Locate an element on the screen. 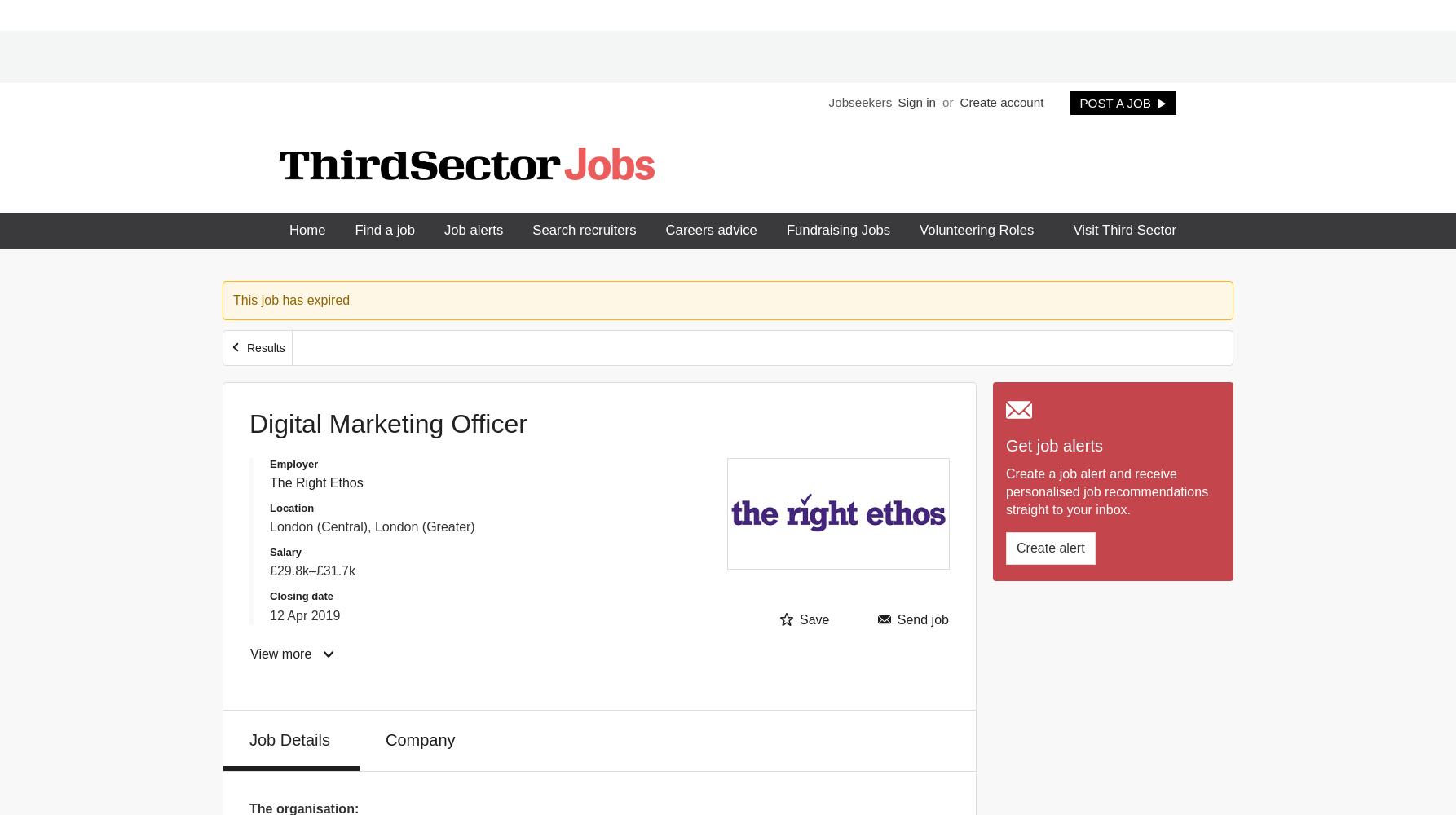 Image resolution: width=1456 pixels, height=815 pixels. 'POST A JOB' is located at coordinates (1079, 102).